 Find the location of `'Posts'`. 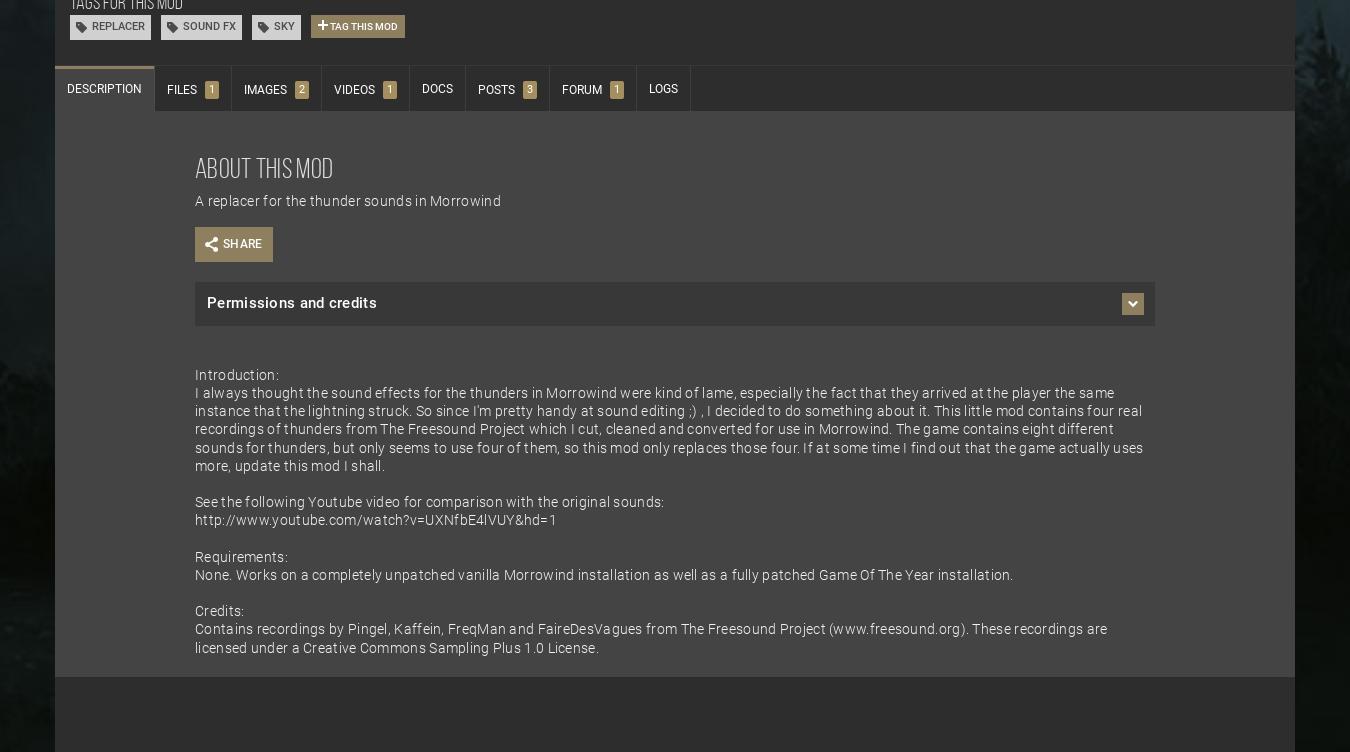

'Posts' is located at coordinates (495, 90).